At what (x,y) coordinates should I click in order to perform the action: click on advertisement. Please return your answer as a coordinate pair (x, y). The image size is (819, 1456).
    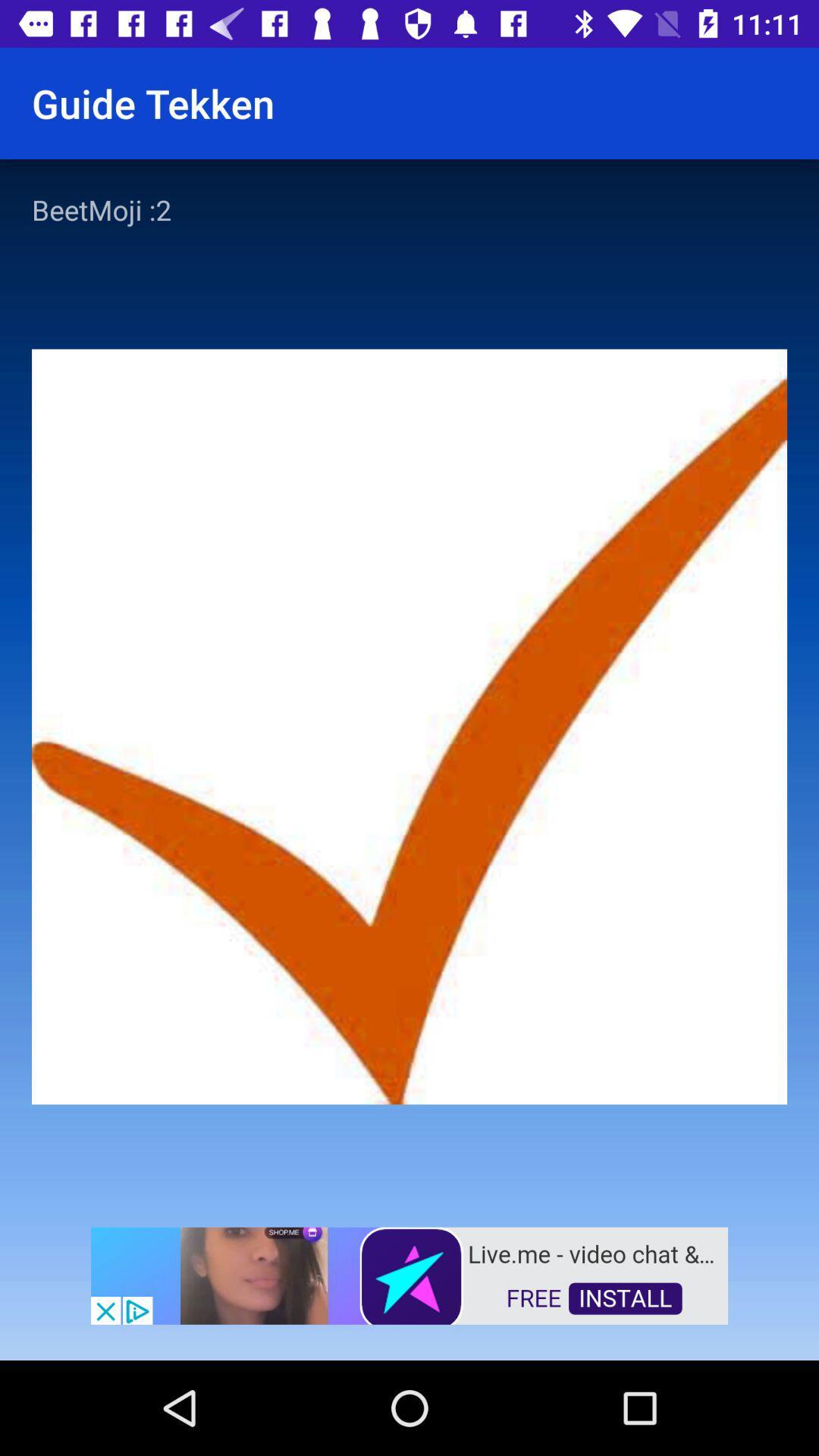
    Looking at the image, I should click on (409, 1274).